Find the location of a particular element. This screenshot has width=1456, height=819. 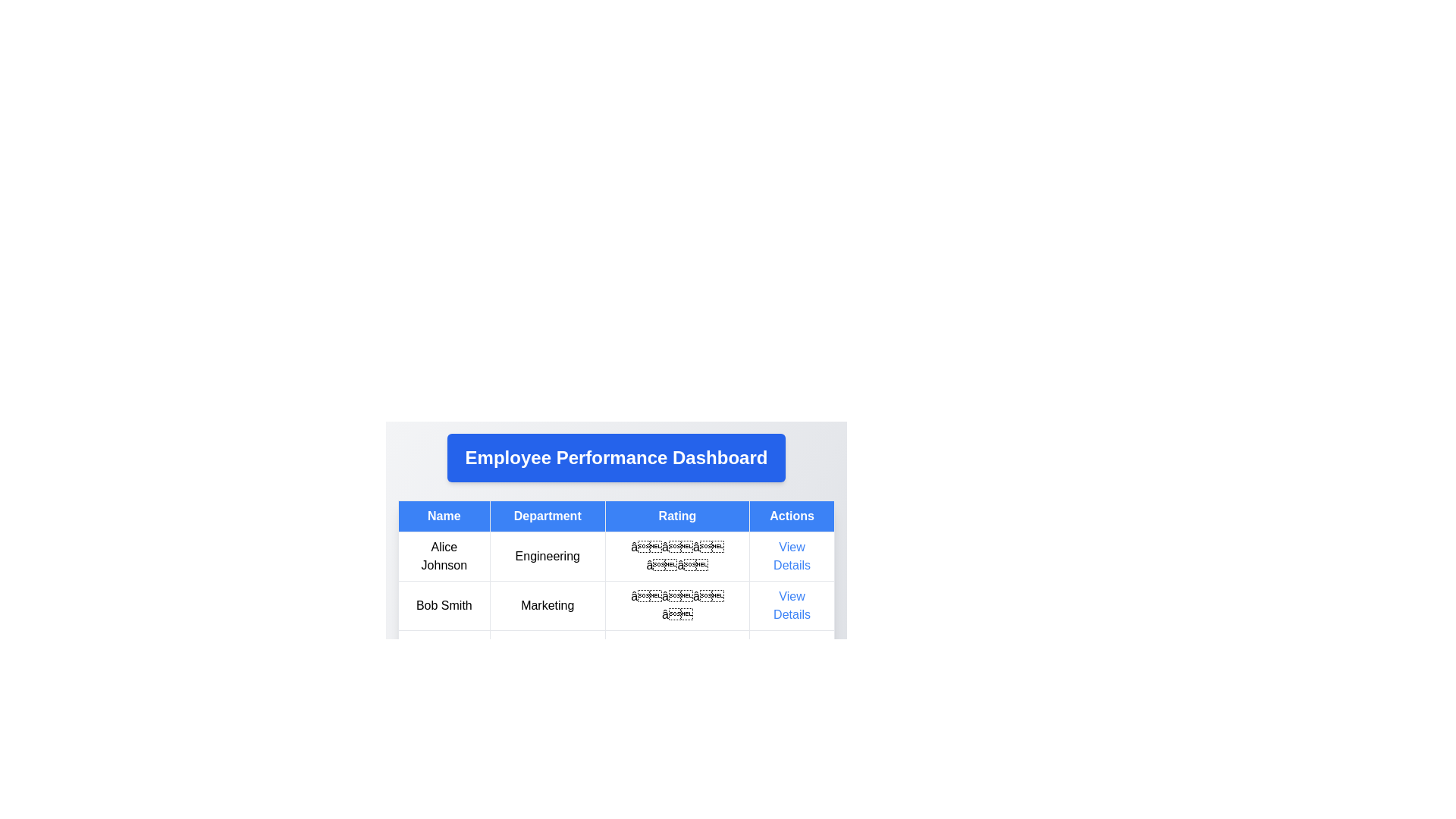

the clickable text link labeled 'View Details' located in the bottom row of the table under the 'Actions' column, specifically aligned with the row representing 'Bob Smith' is located at coordinates (791, 604).